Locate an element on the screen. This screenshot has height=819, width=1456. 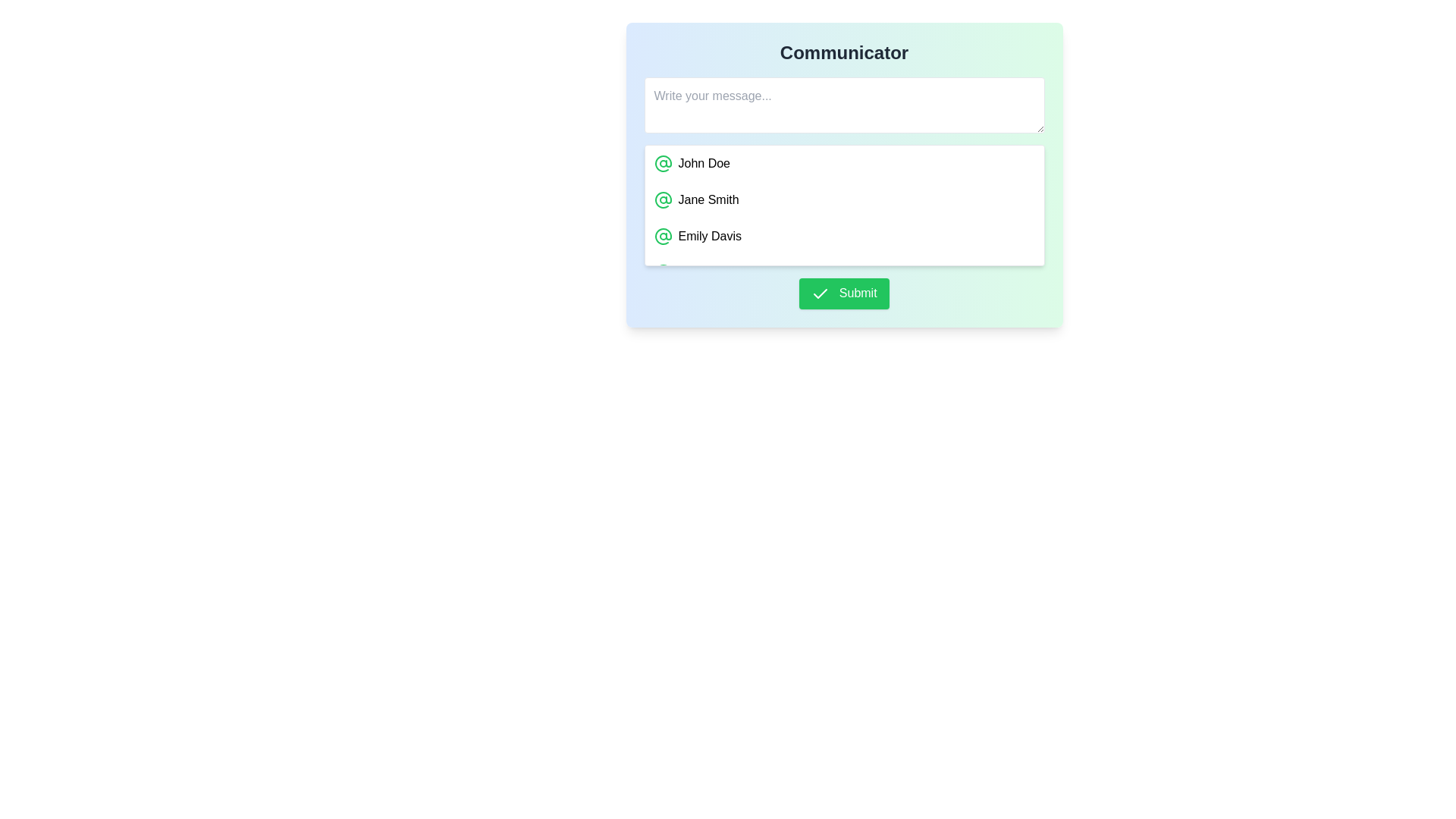
the white, rectangular Scrollable List Box containing names with green '@' icons, positioned centrally below the 'Write your message...' input field and above the green 'Submit' button is located at coordinates (843, 205).